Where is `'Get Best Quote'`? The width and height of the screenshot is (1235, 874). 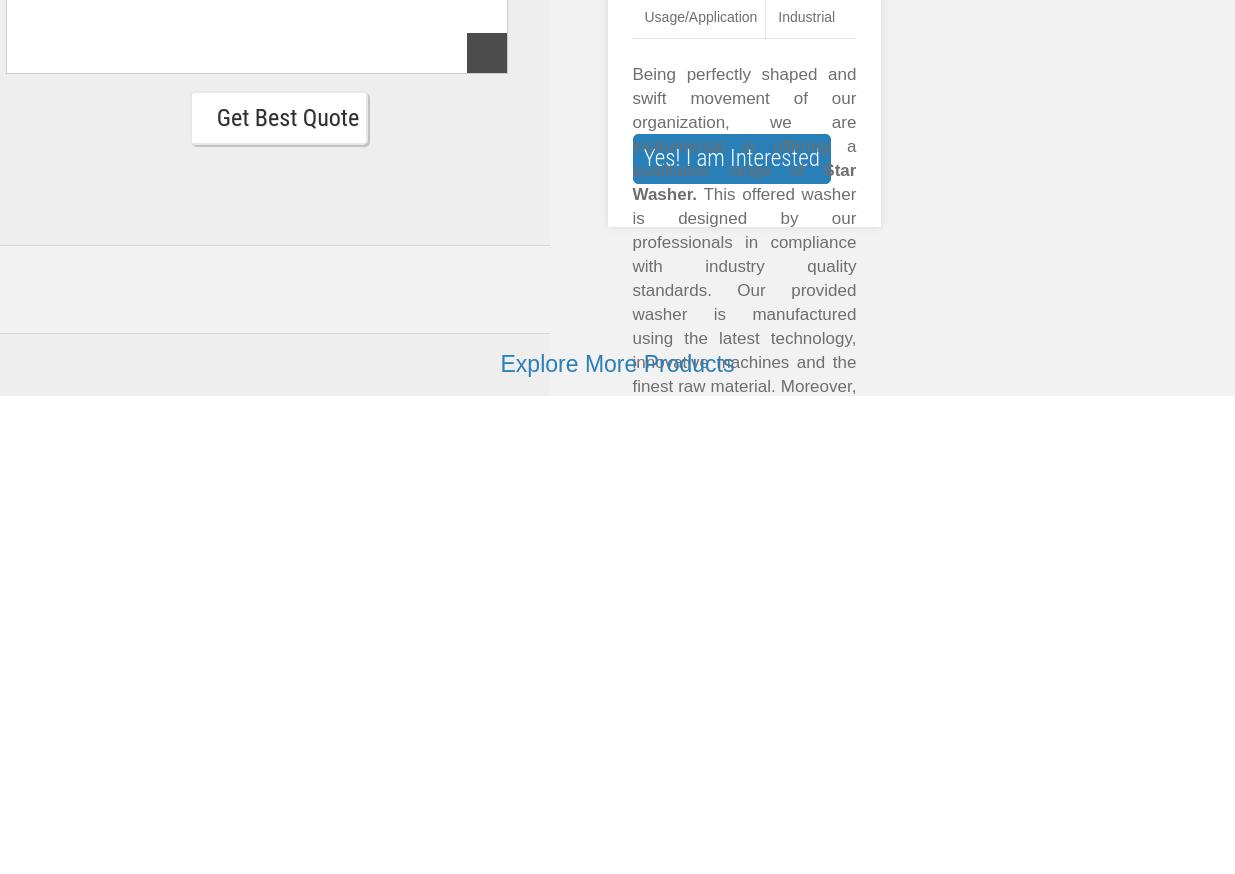
'Get Best Quote' is located at coordinates (587, 826).